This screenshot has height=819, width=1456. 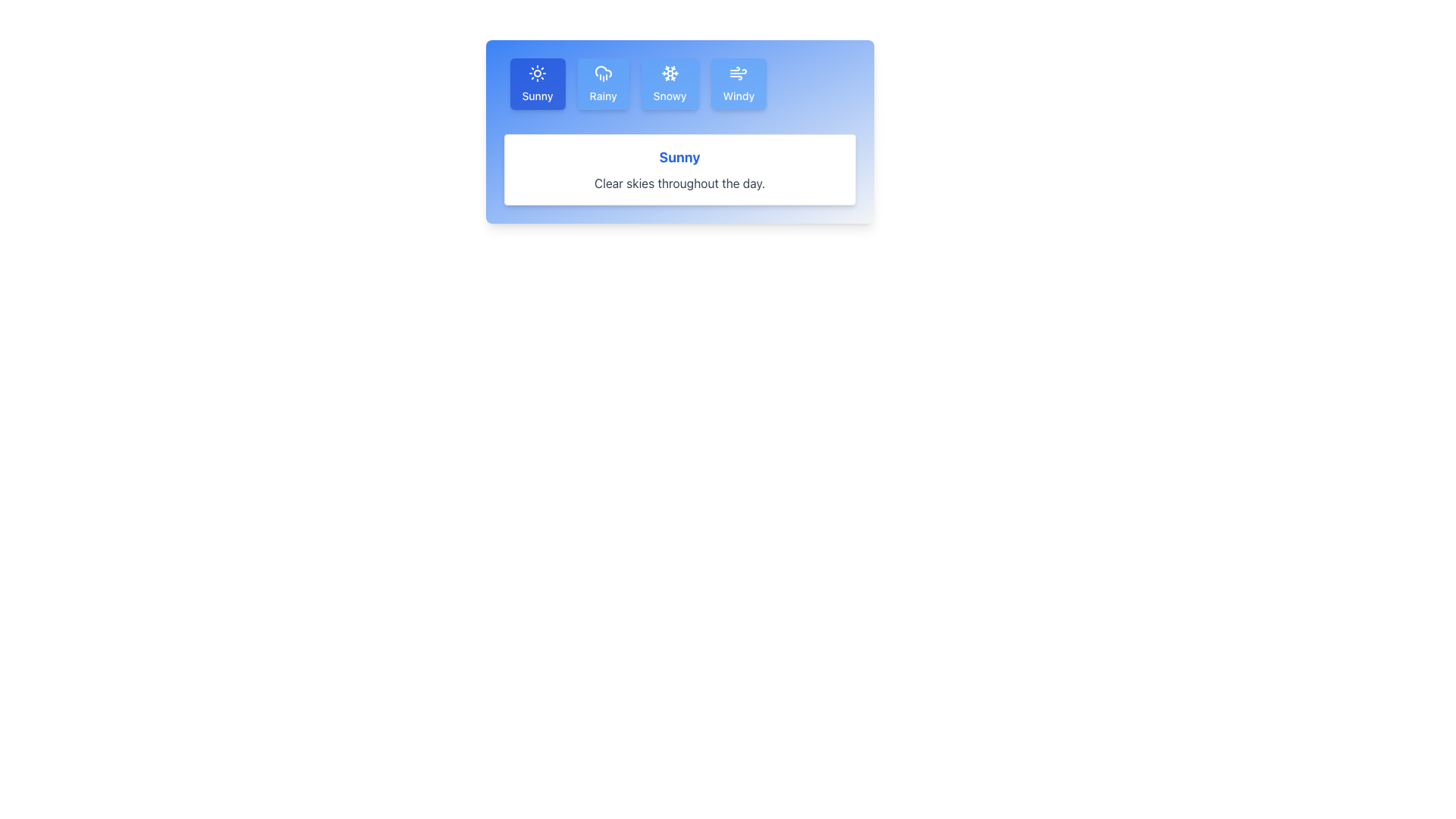 What do you see at coordinates (602, 71) in the screenshot?
I see `'Rainy' weather condition icon, which is the second button in the row of weather condition buttons at the top` at bounding box center [602, 71].